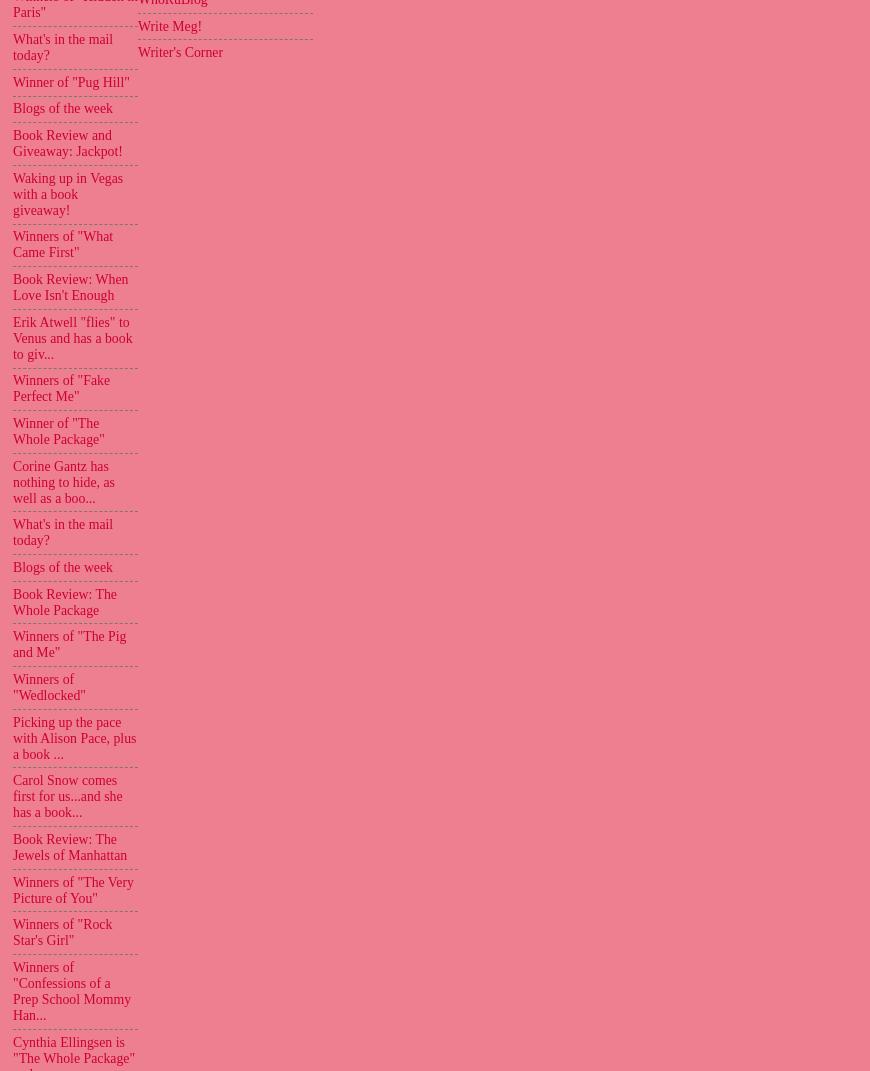 This screenshot has height=1071, width=870. Describe the element at coordinates (62, 480) in the screenshot. I see `'Corine Gantz has nothing to hide, as well as a boo...'` at that location.